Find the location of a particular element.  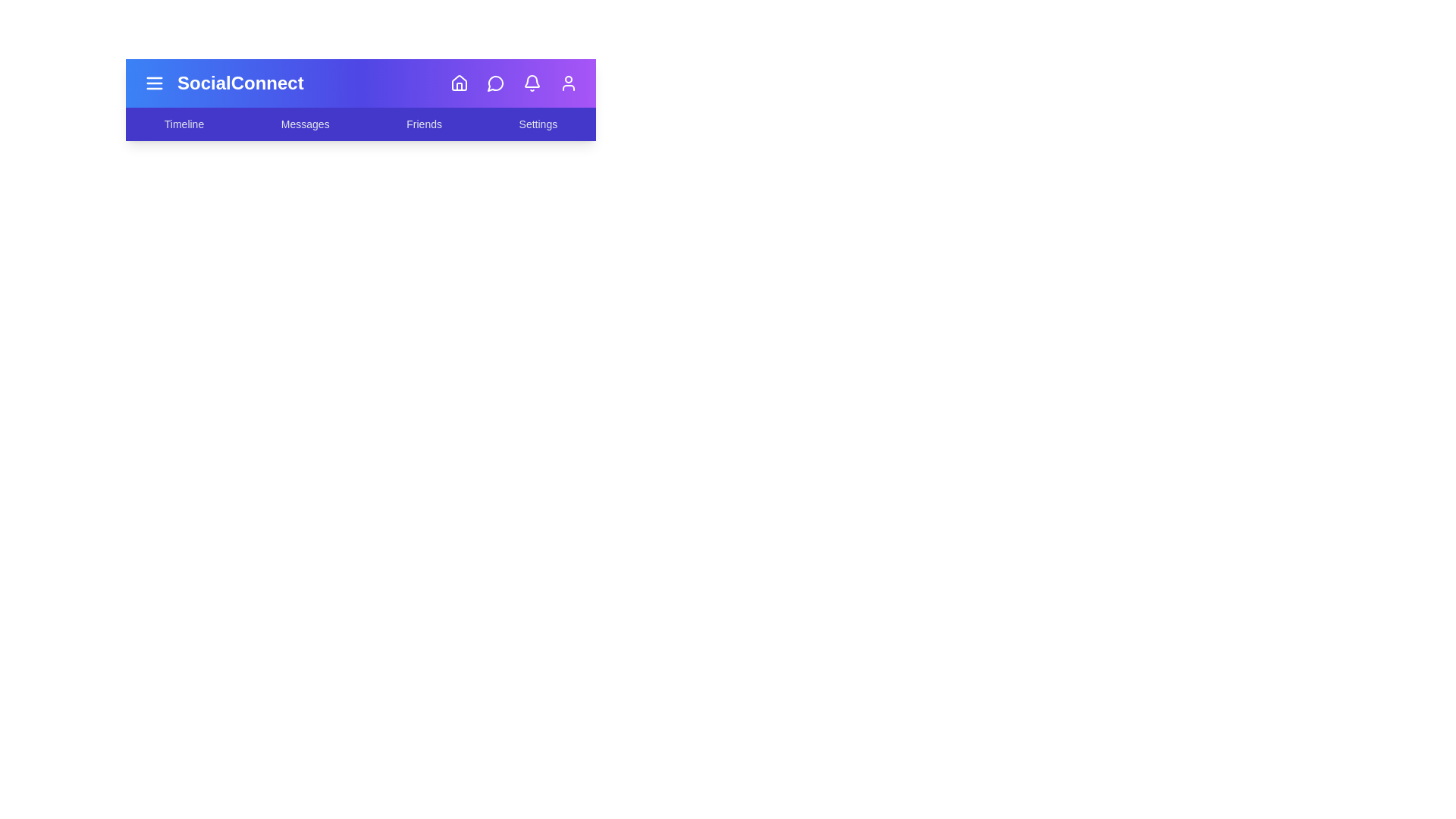

the menu item Timeline is located at coordinates (184, 124).